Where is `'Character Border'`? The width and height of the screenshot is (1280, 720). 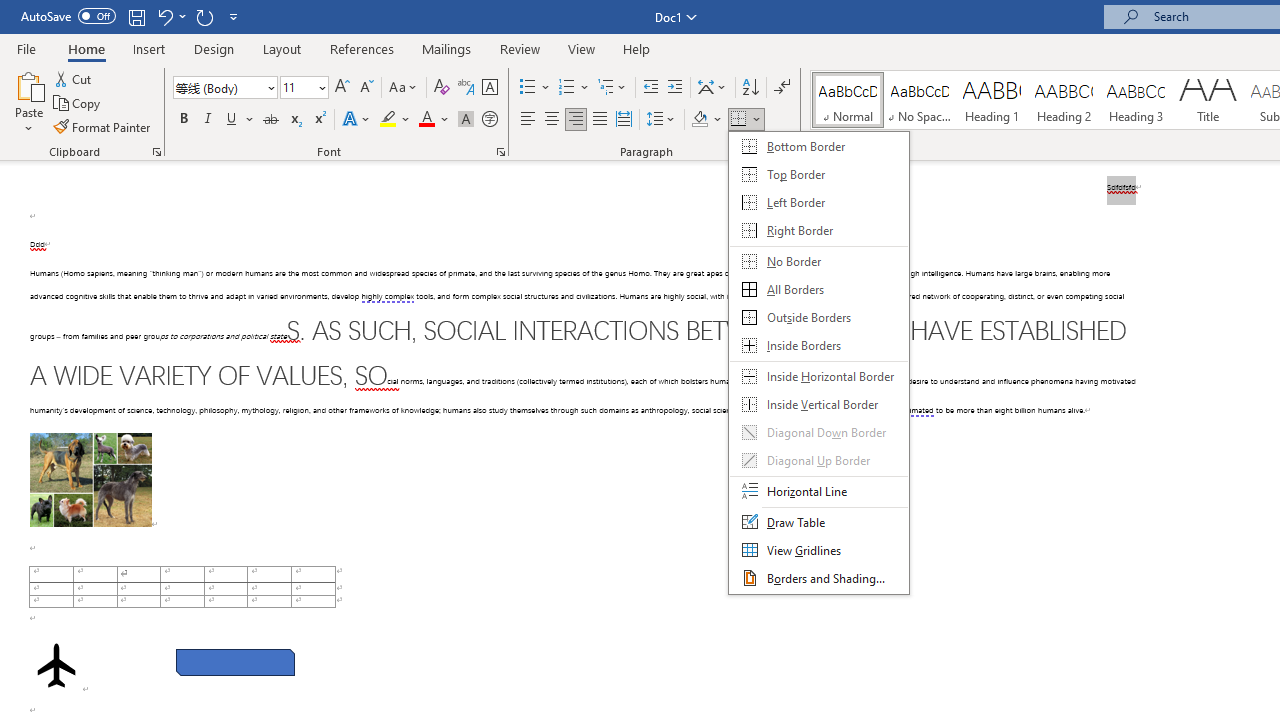
'Character Border' is located at coordinates (489, 86).